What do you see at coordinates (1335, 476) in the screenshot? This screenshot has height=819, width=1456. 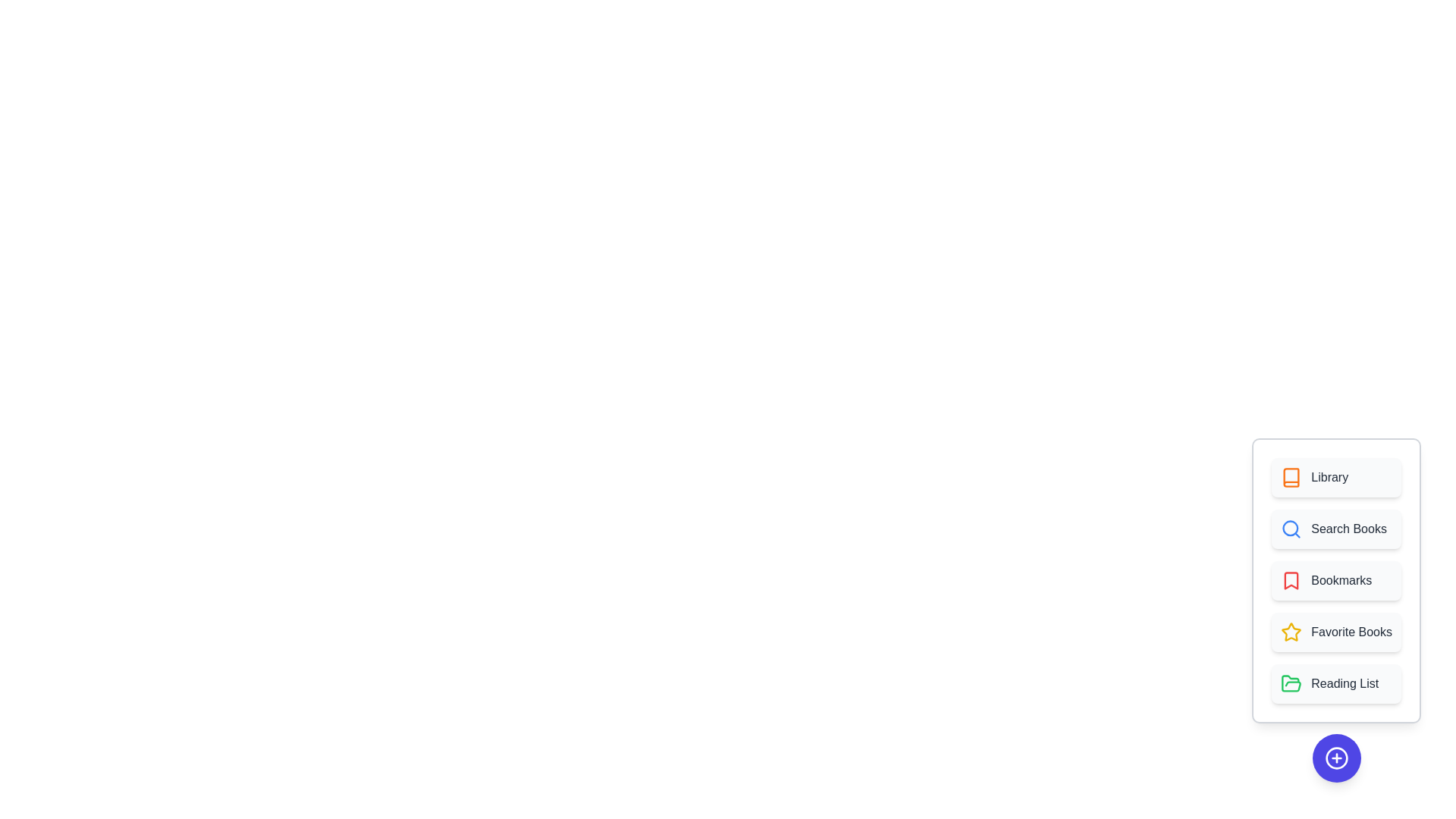 I see `the 'Library' button in the menu` at bounding box center [1335, 476].